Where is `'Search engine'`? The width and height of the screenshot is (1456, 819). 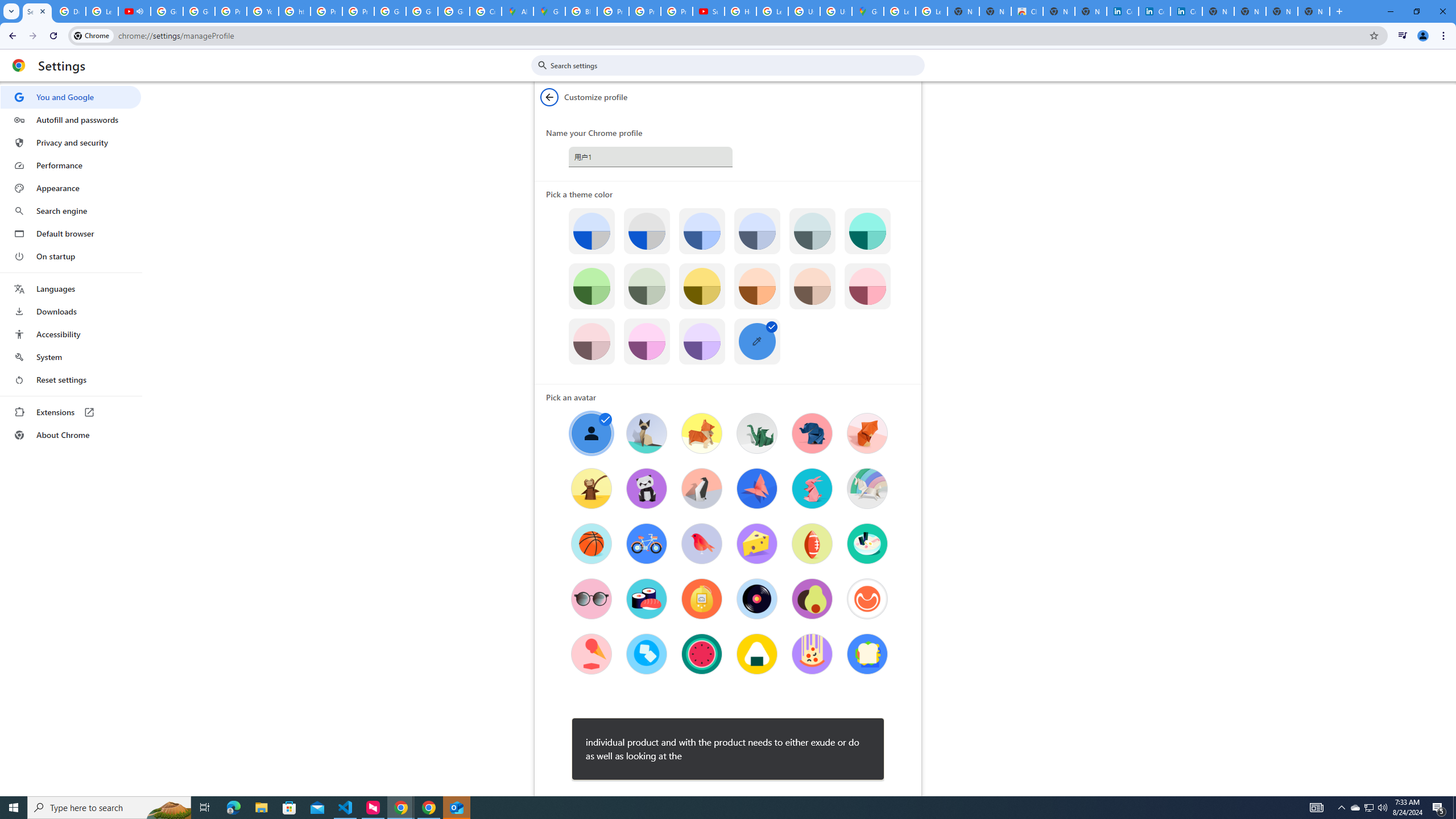 'Search engine' is located at coordinates (70, 211).